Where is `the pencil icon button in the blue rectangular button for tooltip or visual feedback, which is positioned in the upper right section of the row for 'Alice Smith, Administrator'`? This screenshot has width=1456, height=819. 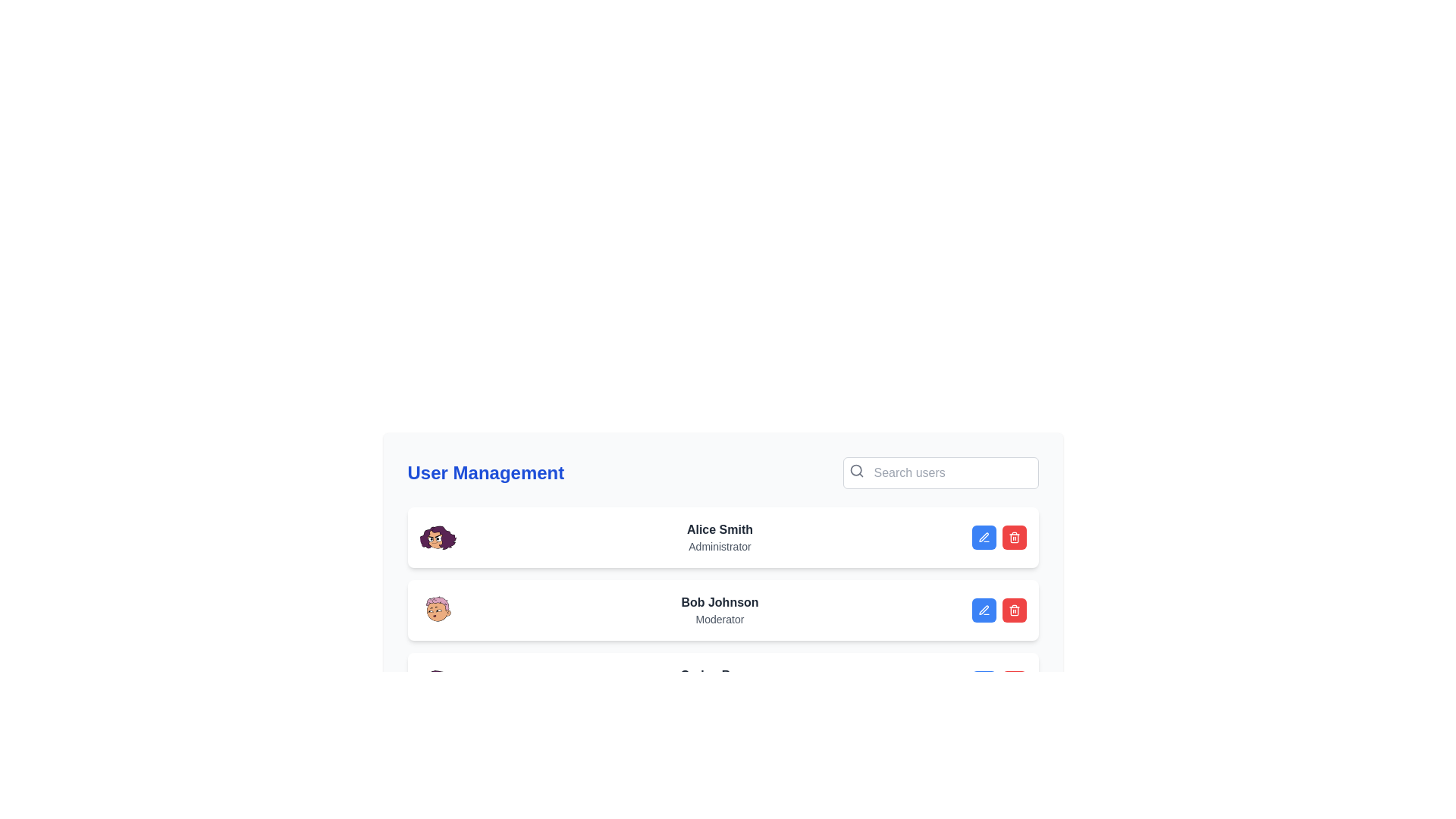 the pencil icon button in the blue rectangular button for tooltip or visual feedback, which is positioned in the upper right section of the row for 'Alice Smith, Administrator' is located at coordinates (984, 610).